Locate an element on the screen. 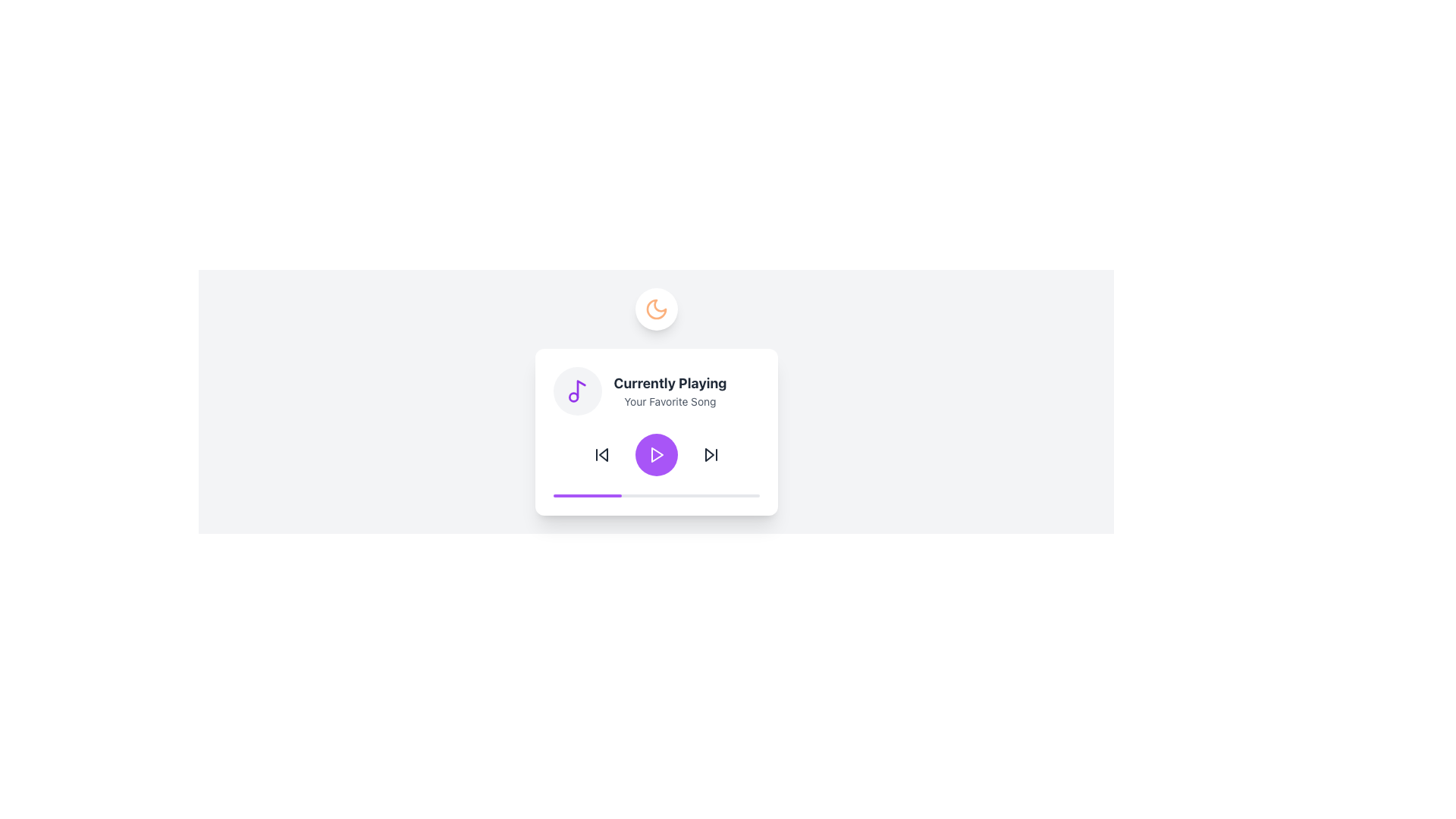  the rounded button with a leftward skip-backward icon located in the horizontal toolbar below the 'Currently Playing' label in the music player interface is located at coordinates (601, 454).